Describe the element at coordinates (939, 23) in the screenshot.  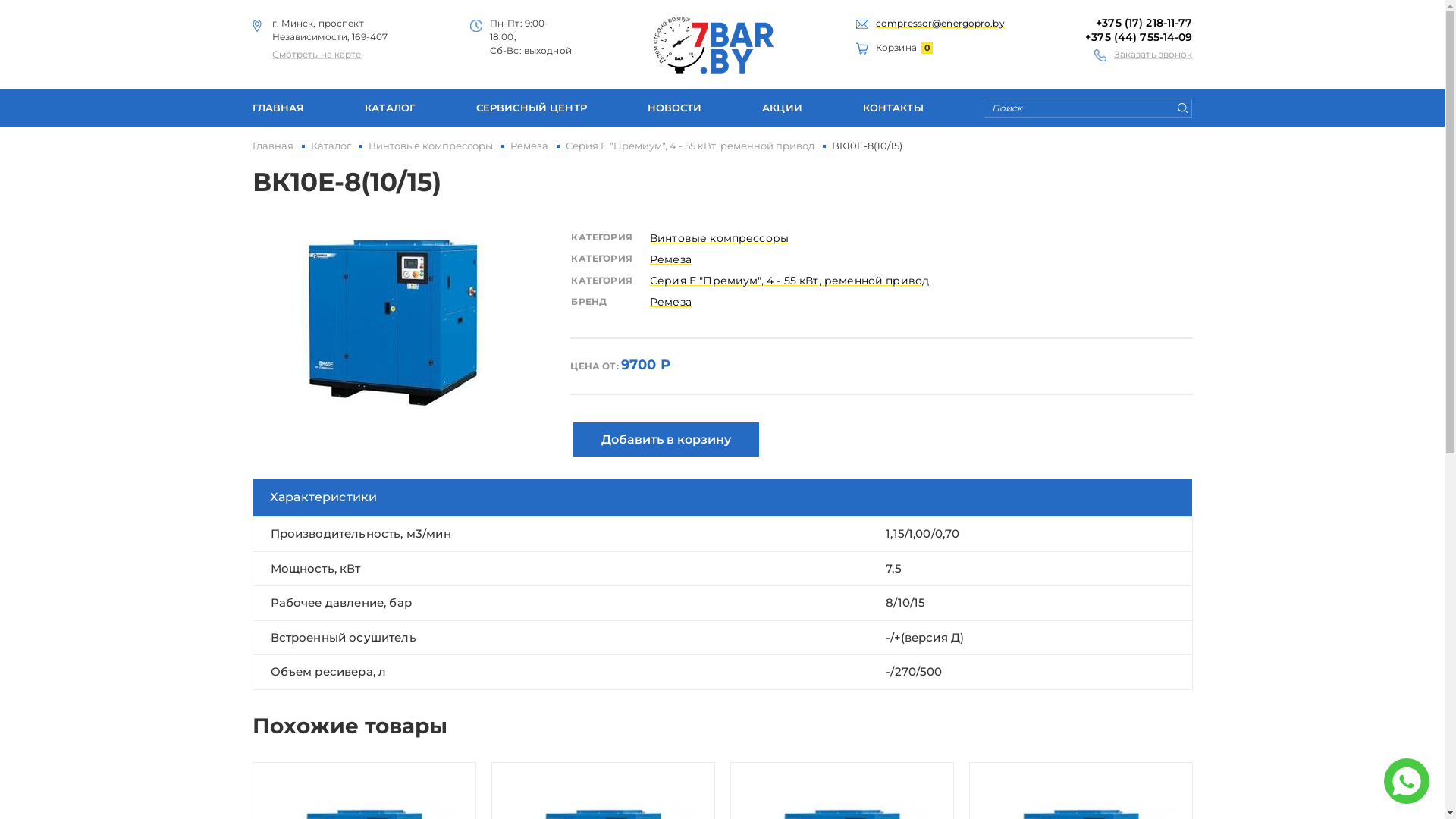
I see `'compressor@energopro.by'` at that location.